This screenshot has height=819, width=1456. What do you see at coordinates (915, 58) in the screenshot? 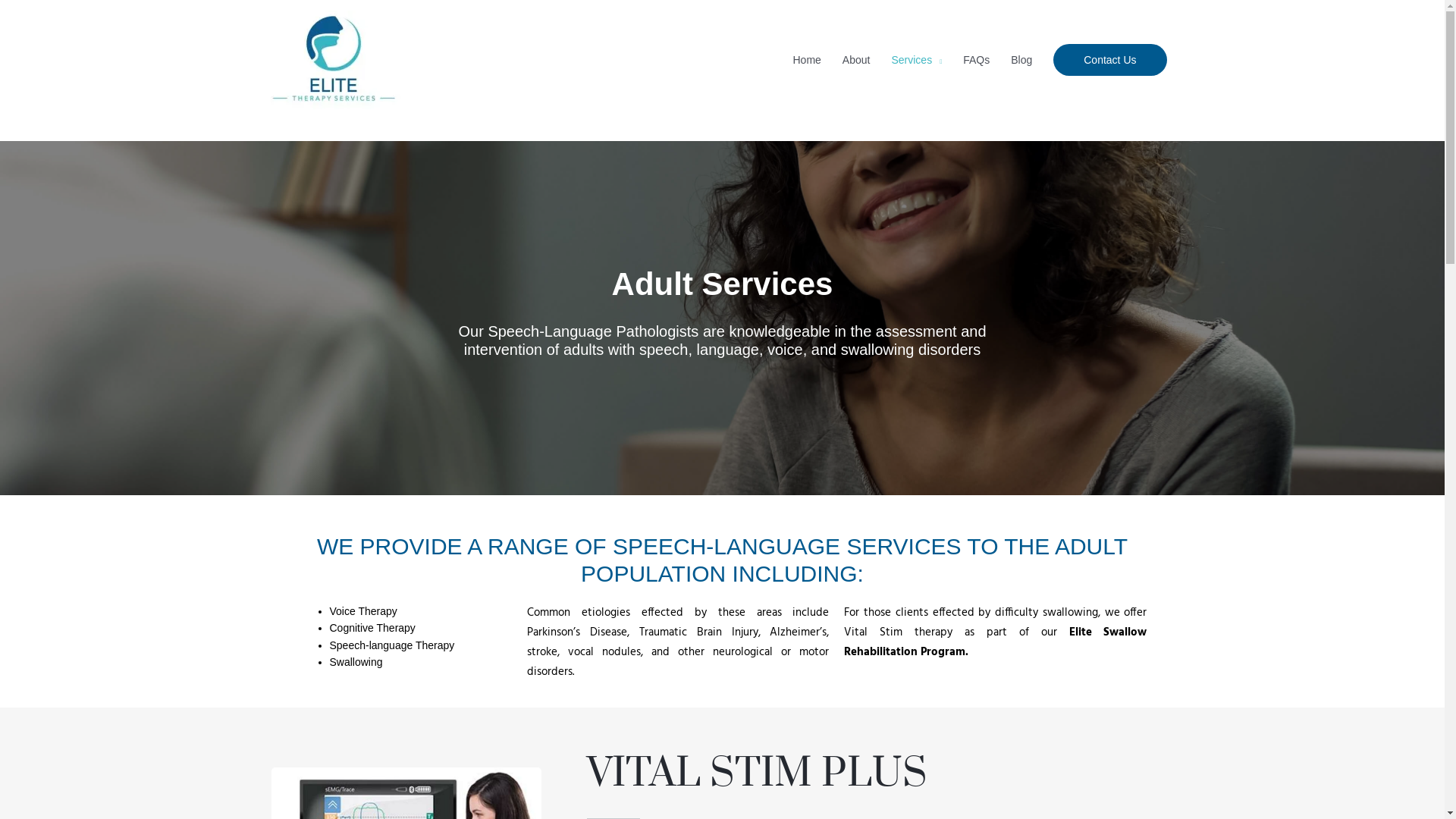
I see `'Services'` at bounding box center [915, 58].